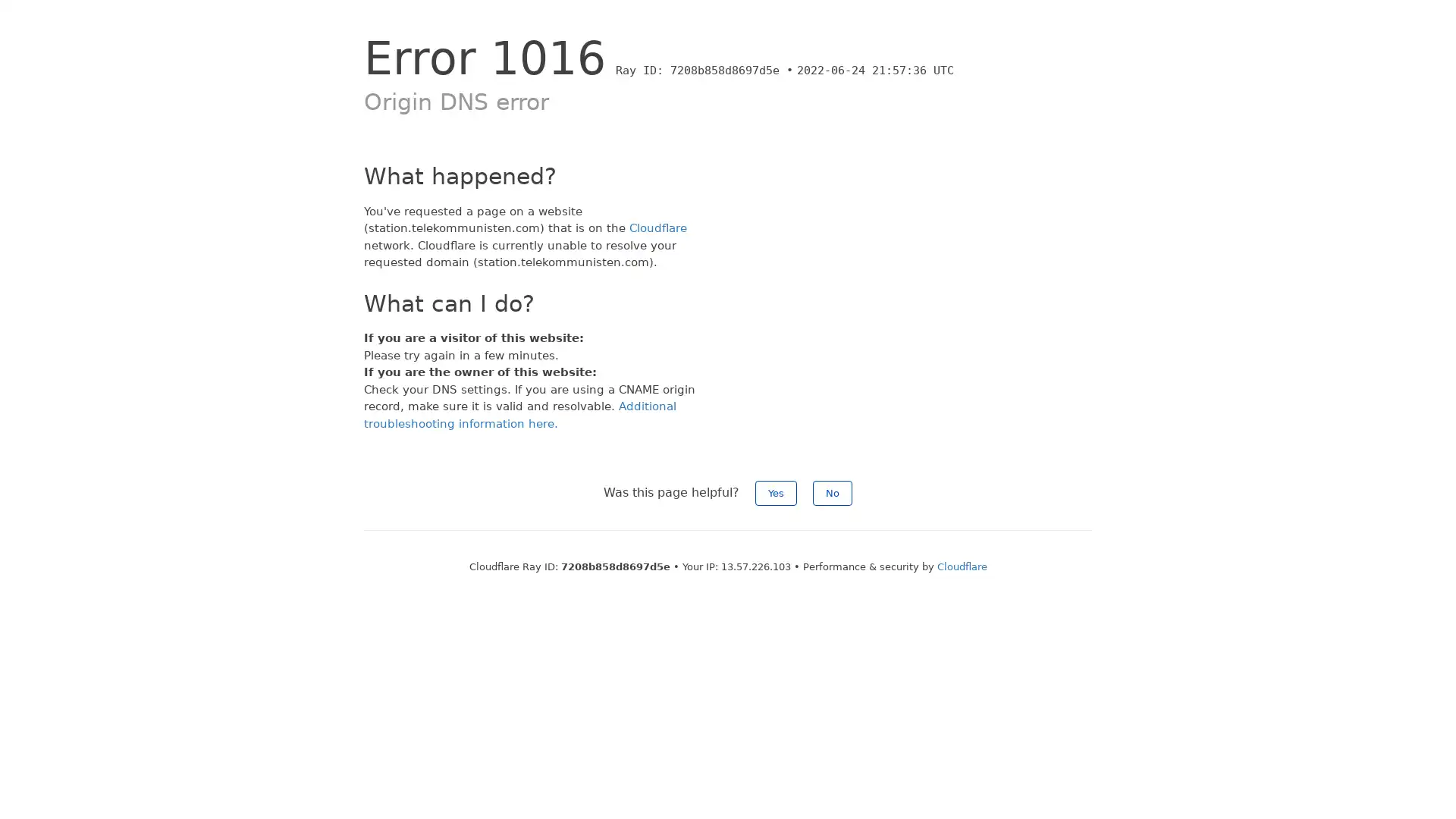  What do you see at coordinates (776, 493) in the screenshot?
I see `Yes` at bounding box center [776, 493].